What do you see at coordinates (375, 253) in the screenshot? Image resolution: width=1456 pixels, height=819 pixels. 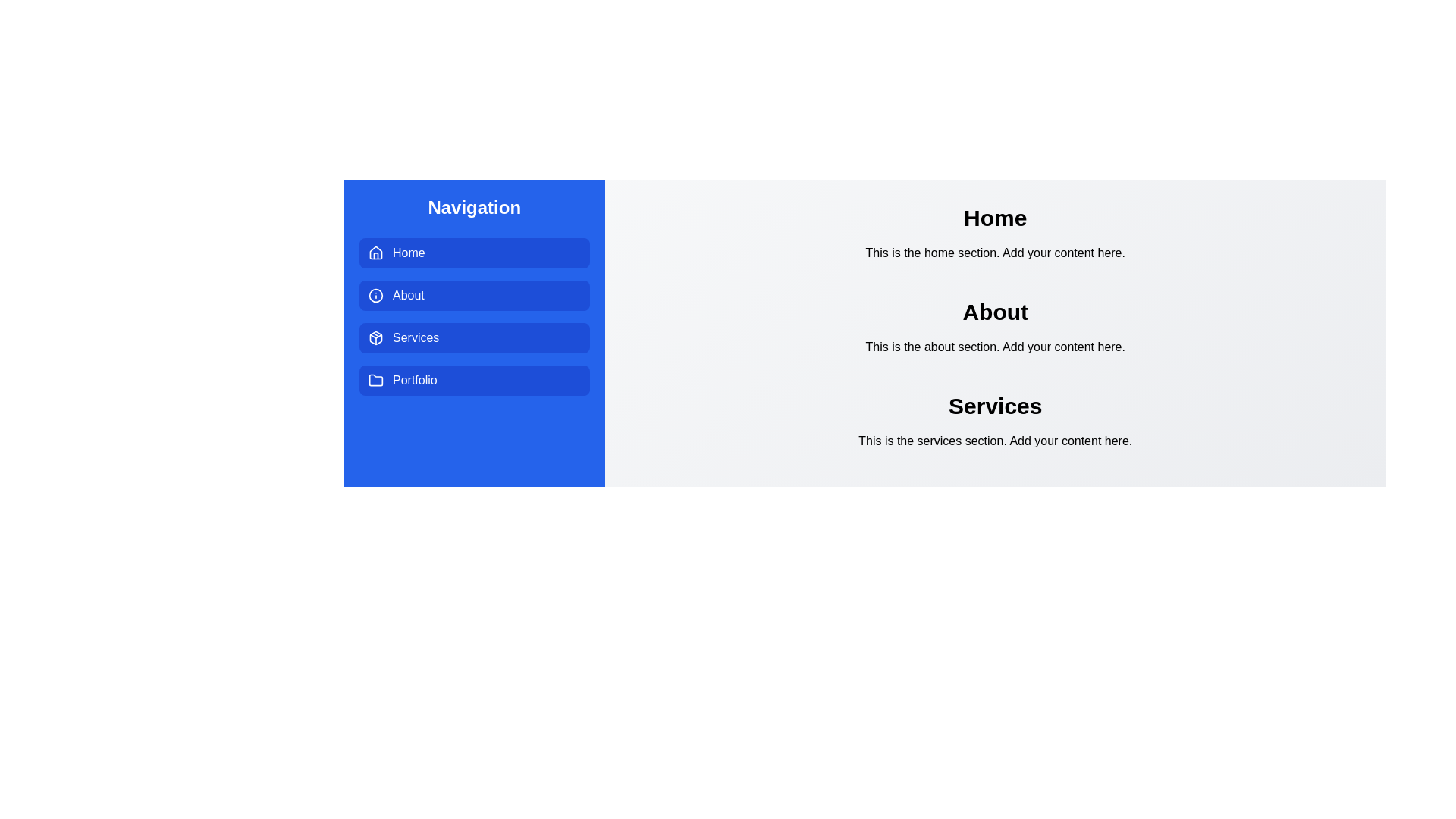 I see `the 'Home' icon in the navigation menu located on the left side of the interface` at bounding box center [375, 253].